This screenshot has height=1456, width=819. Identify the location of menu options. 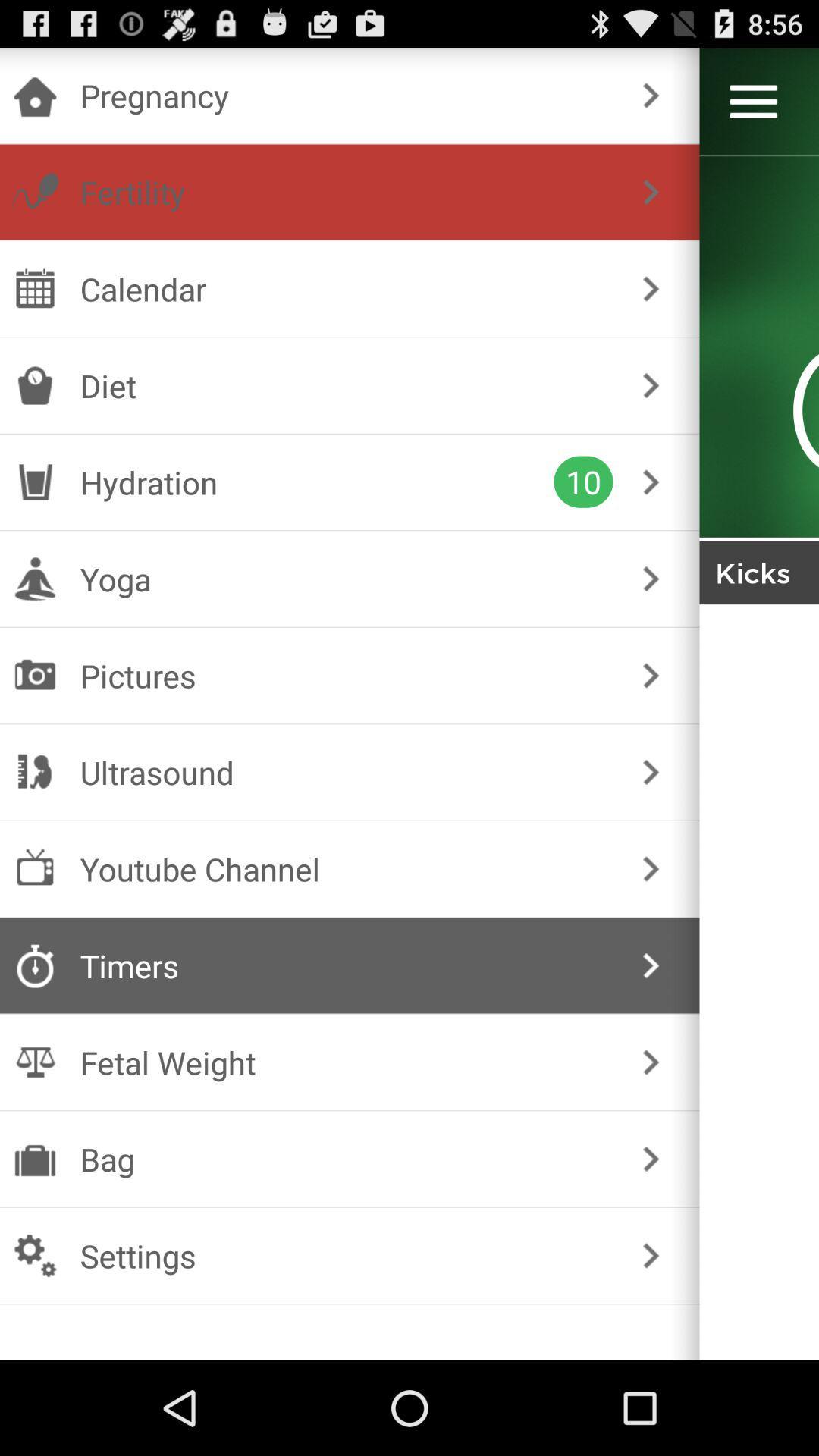
(753, 101).